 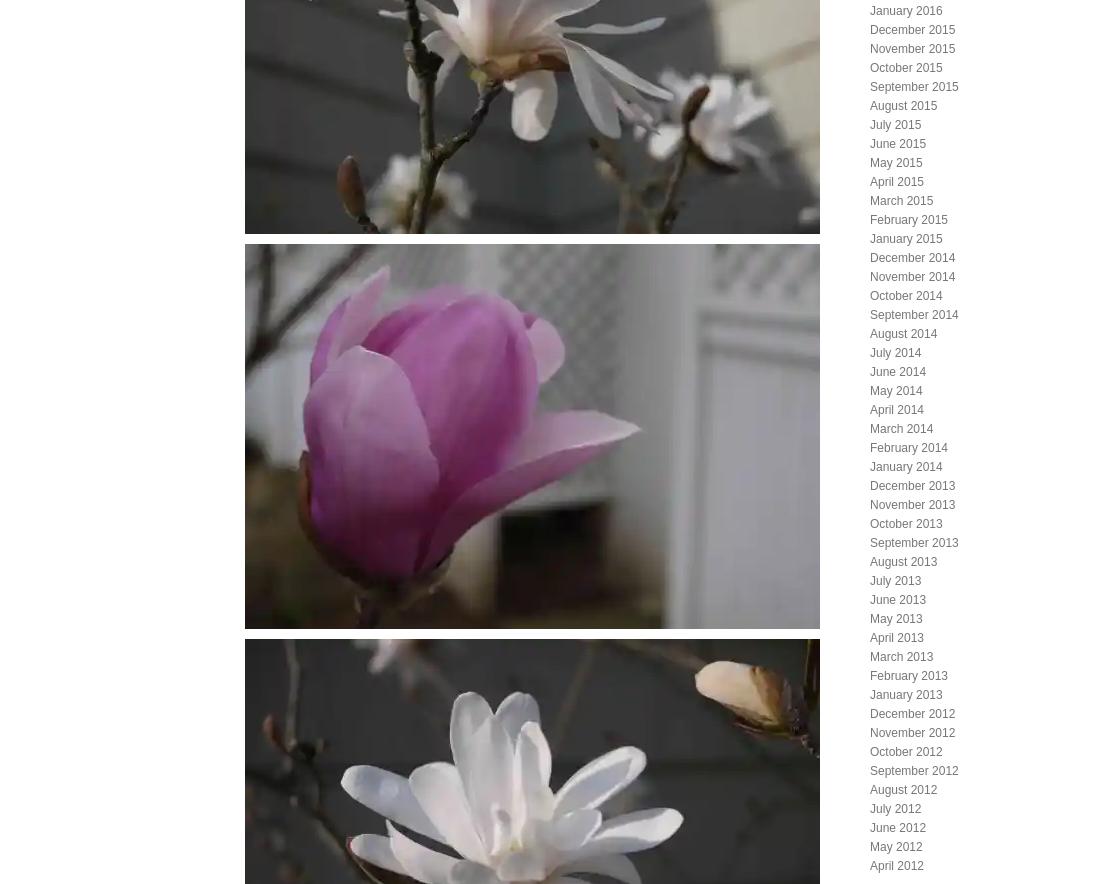 What do you see at coordinates (901, 428) in the screenshot?
I see `'March 2014'` at bounding box center [901, 428].